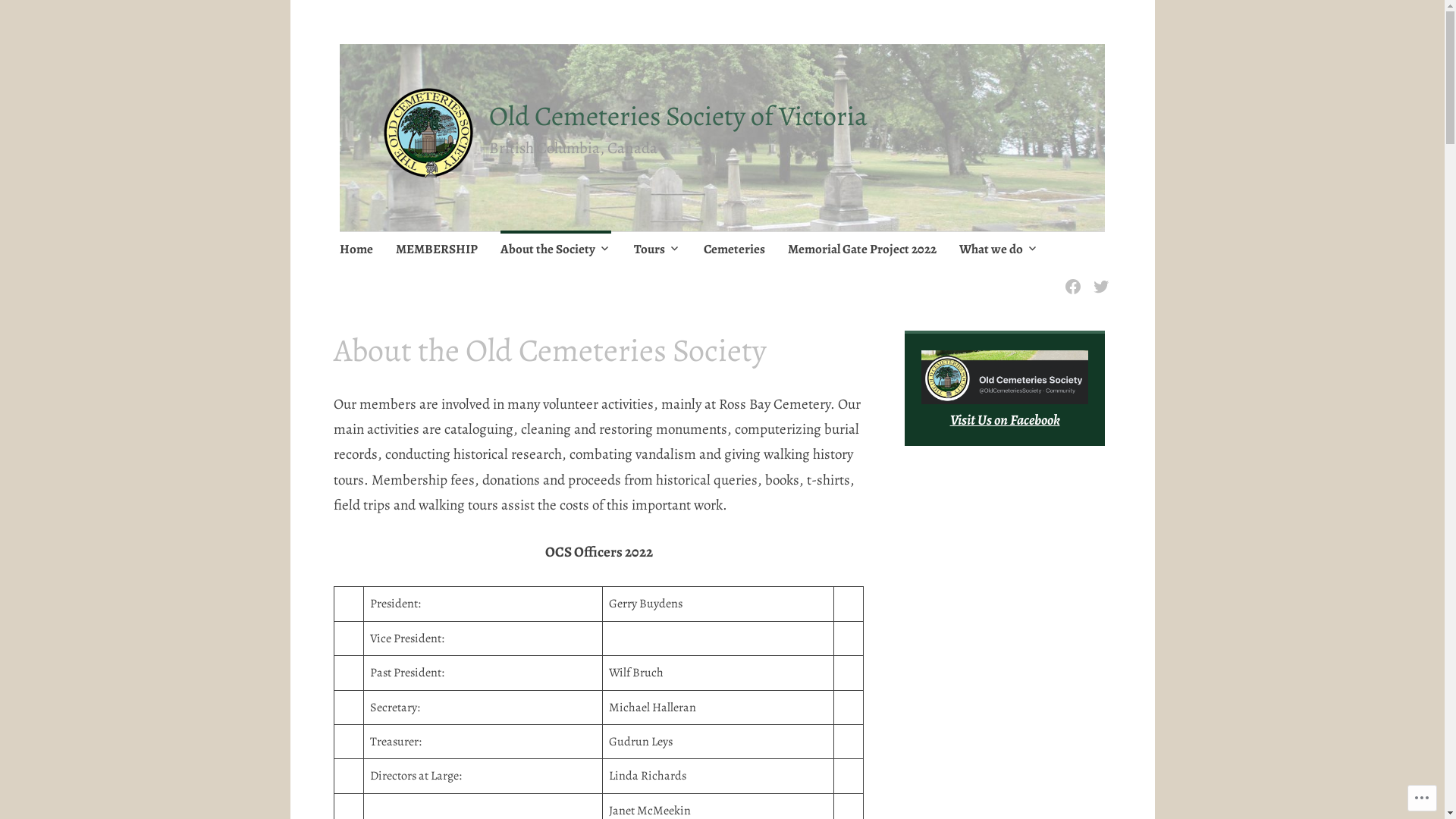  Describe the element at coordinates (436, 249) in the screenshot. I see `'MEMBERSHIP'` at that location.